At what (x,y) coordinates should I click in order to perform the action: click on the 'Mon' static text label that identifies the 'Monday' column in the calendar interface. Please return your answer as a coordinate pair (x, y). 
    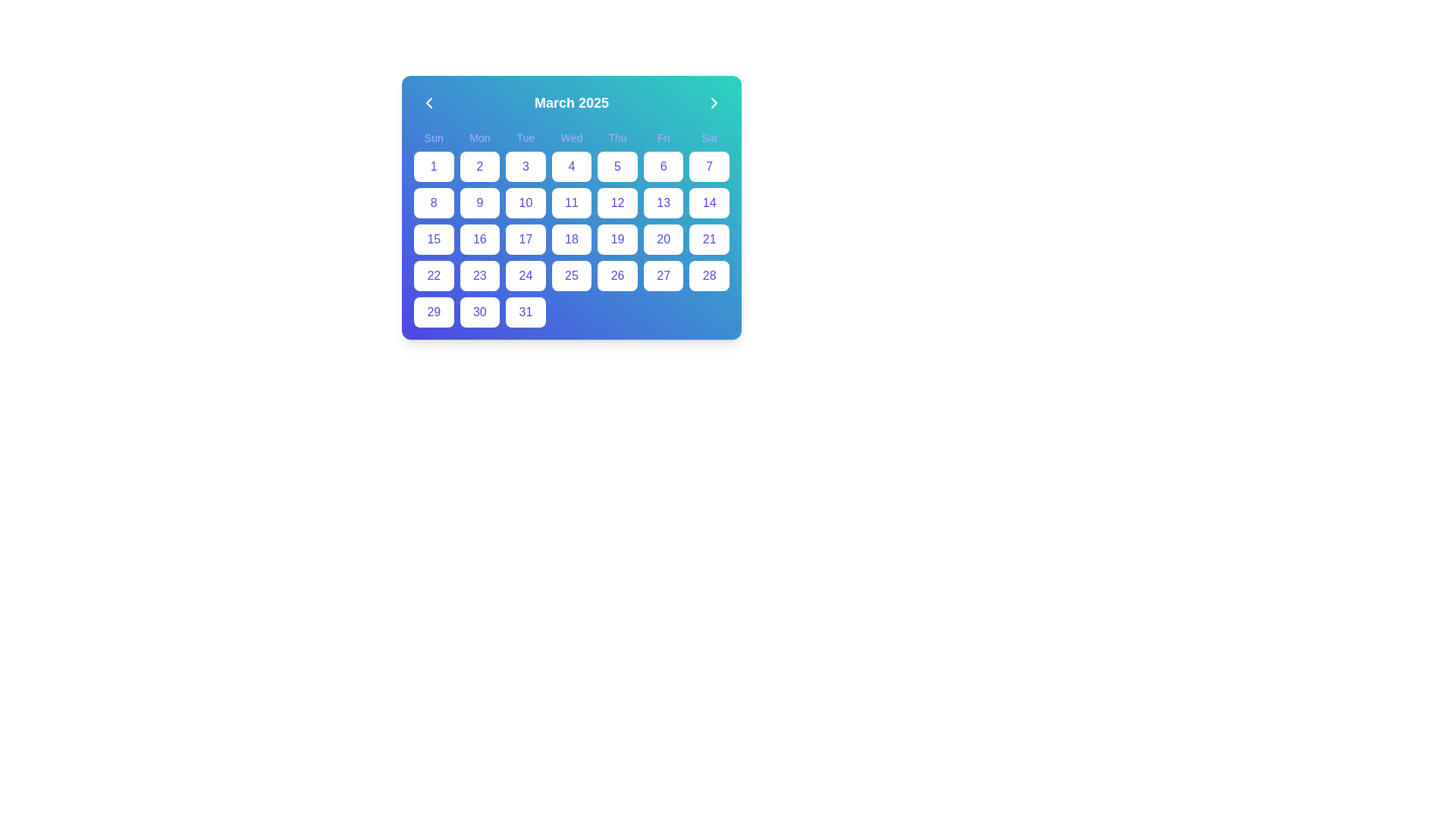
    Looking at the image, I should click on (479, 137).